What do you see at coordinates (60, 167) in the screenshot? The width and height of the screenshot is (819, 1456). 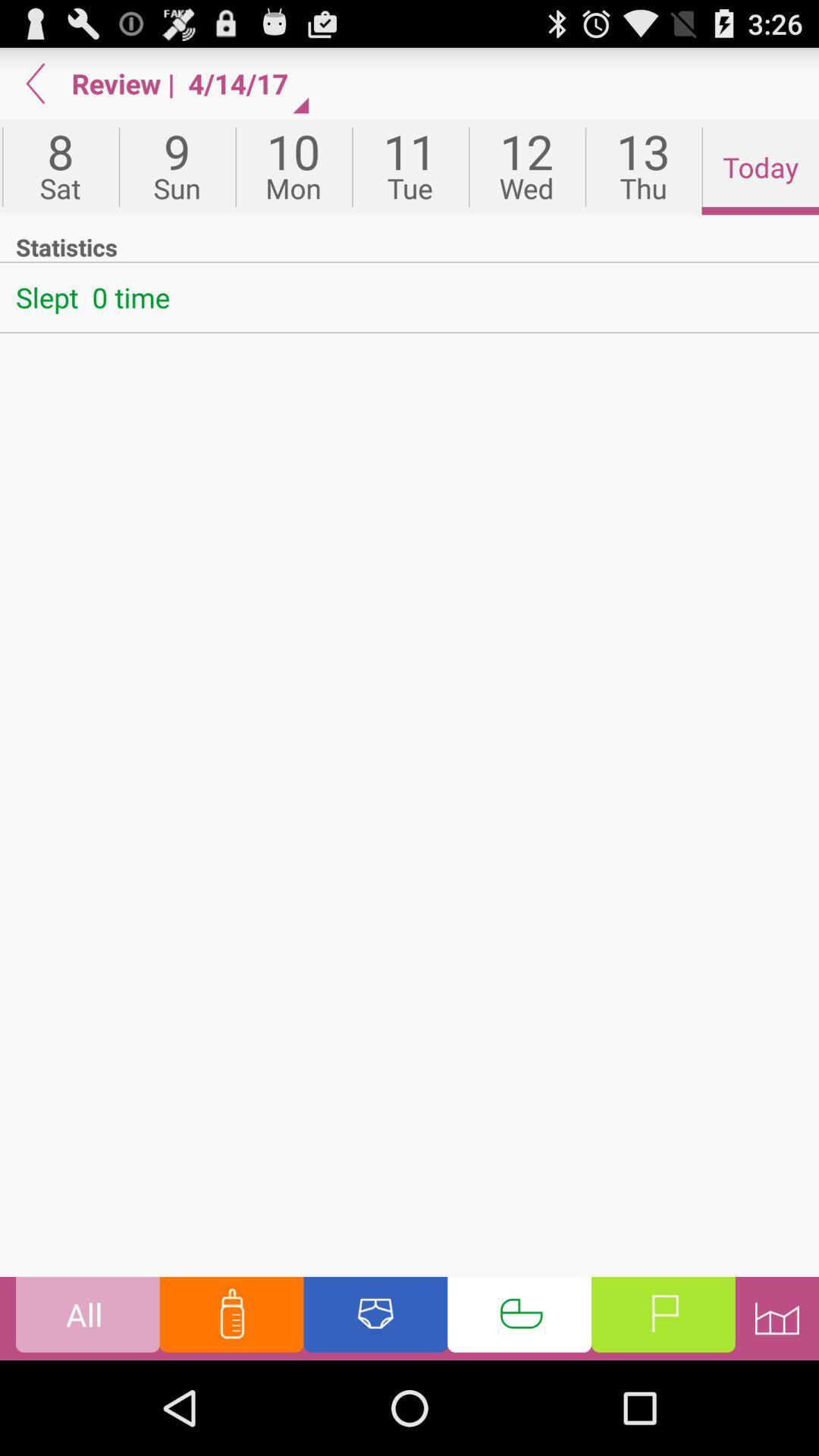 I see `the first option below the button which is on the top left corner of the web page` at bounding box center [60, 167].